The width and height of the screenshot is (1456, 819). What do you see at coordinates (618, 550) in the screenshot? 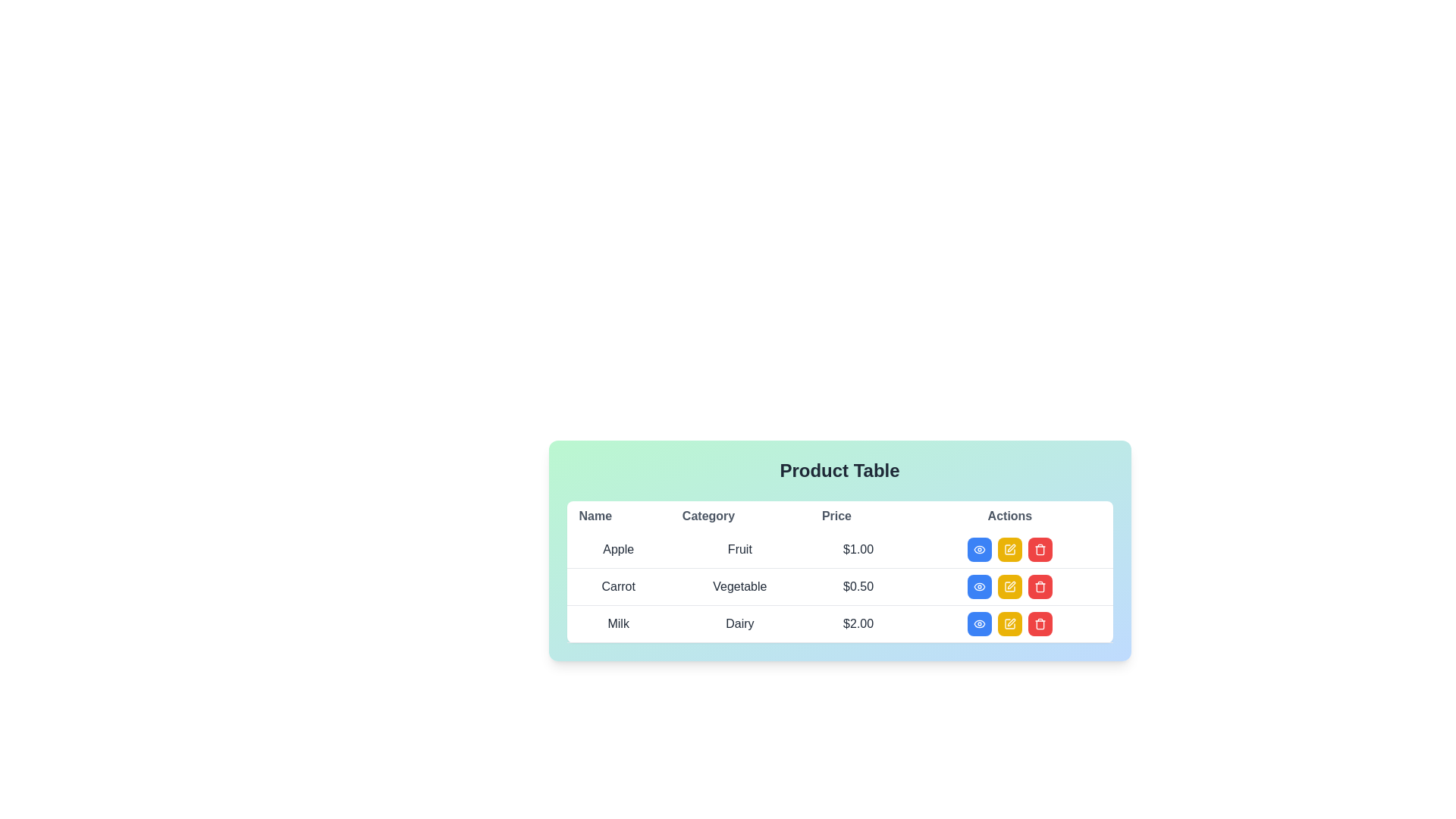
I see `text label 'Apple' located in the 'Name' column of the data table, which is part of the first data row and adjacent to the 'Category' and 'Price' columns` at bounding box center [618, 550].